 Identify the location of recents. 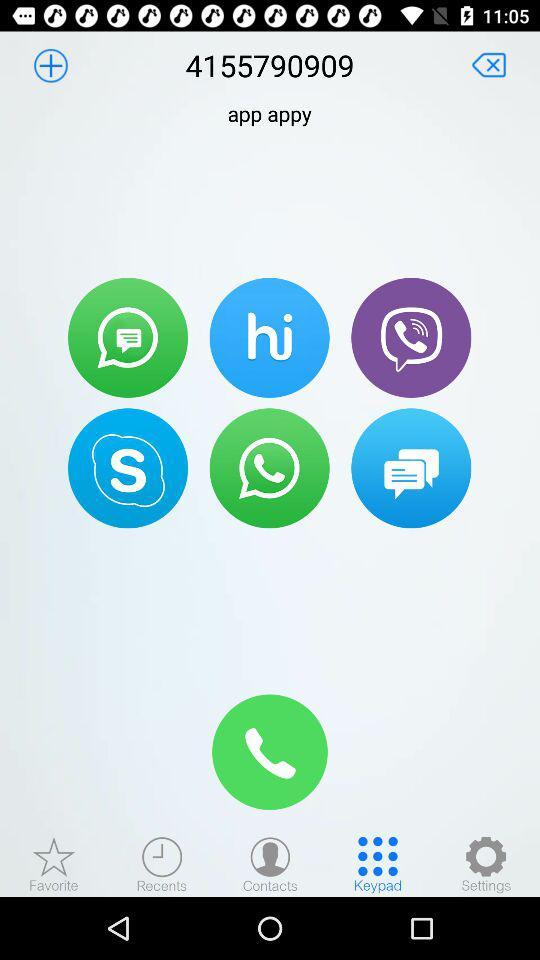
(161, 863).